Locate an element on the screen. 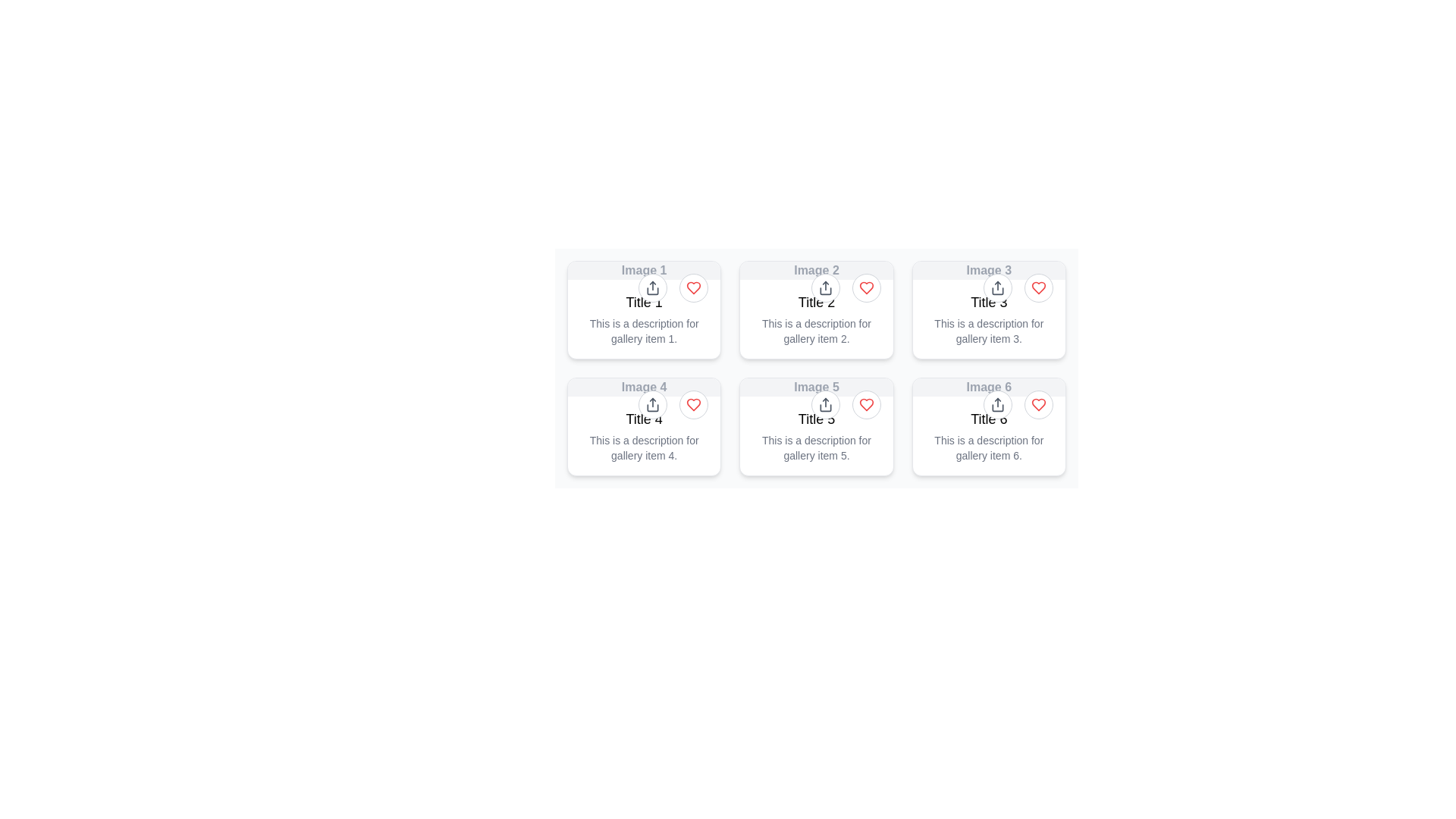 The image size is (1456, 819). the Text Content Block element containing the title 'Title 4' and the description 'This is a description for gallery item 4.' positioned below 'Image 4' is located at coordinates (644, 435).